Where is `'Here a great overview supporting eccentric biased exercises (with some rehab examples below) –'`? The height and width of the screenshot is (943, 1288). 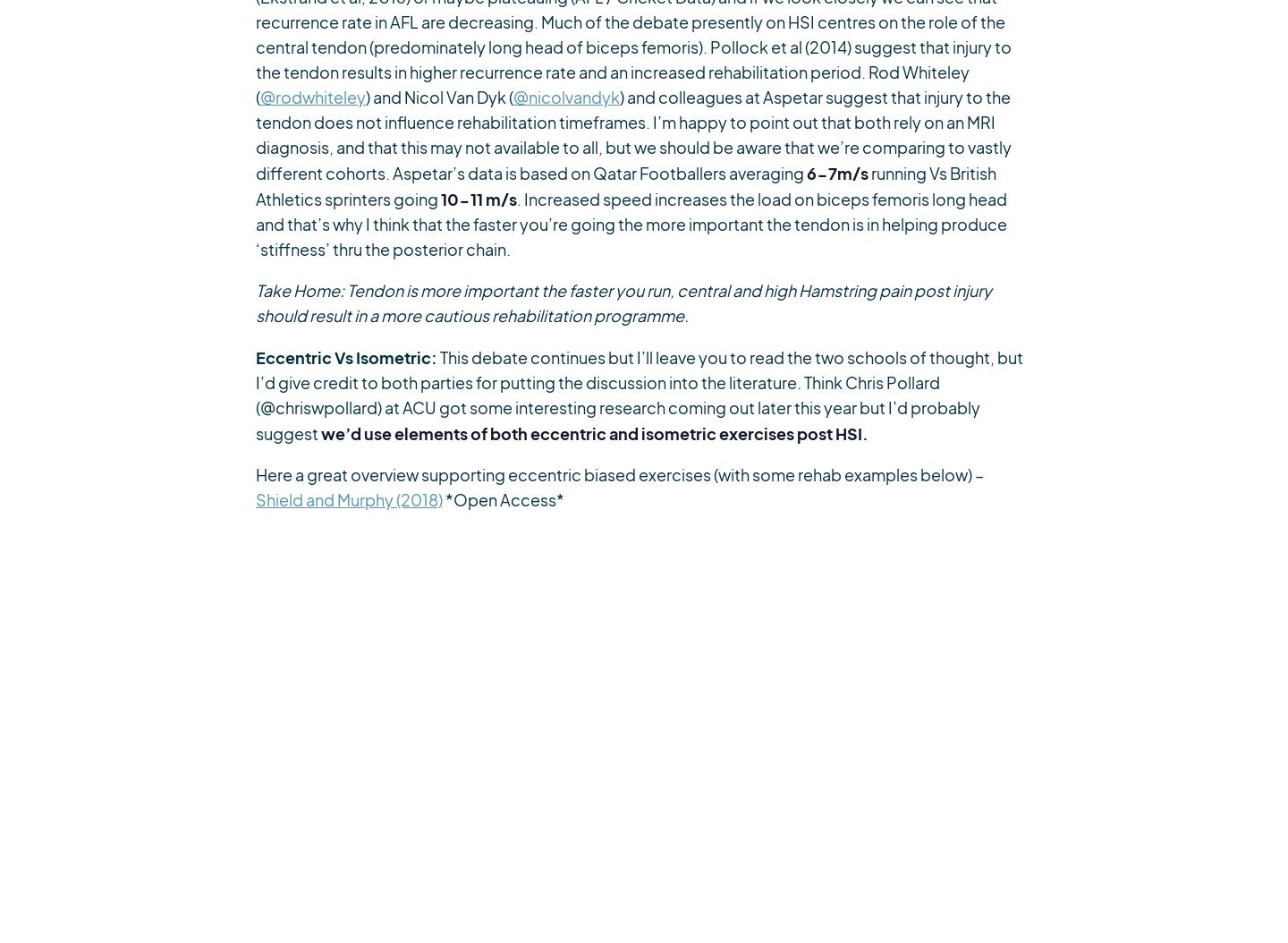 'Here a great overview supporting eccentric biased exercises (with some rehab examples below) –' is located at coordinates (619, 475).